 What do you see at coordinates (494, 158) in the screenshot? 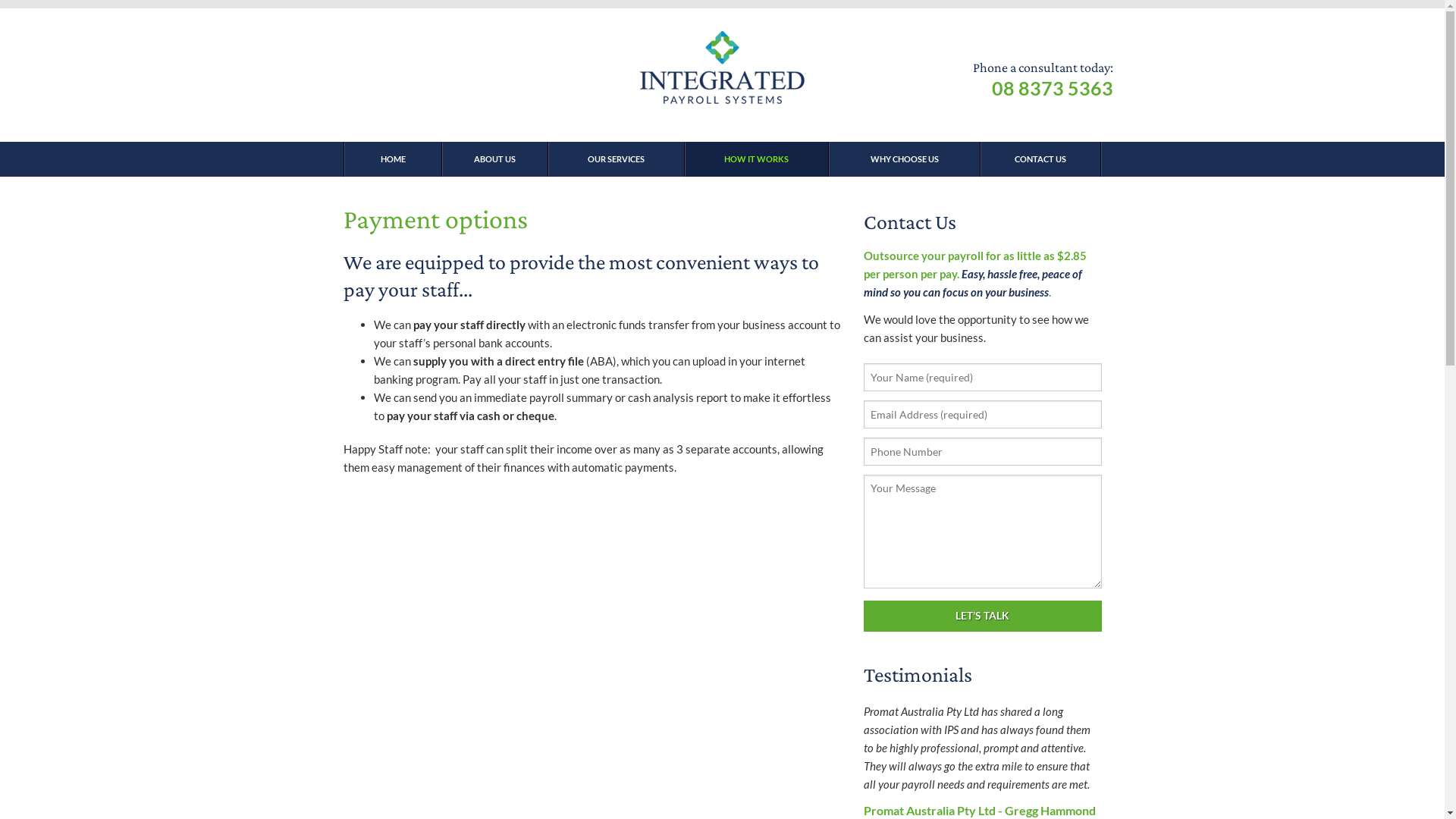
I see `'ABOUT US'` at bounding box center [494, 158].